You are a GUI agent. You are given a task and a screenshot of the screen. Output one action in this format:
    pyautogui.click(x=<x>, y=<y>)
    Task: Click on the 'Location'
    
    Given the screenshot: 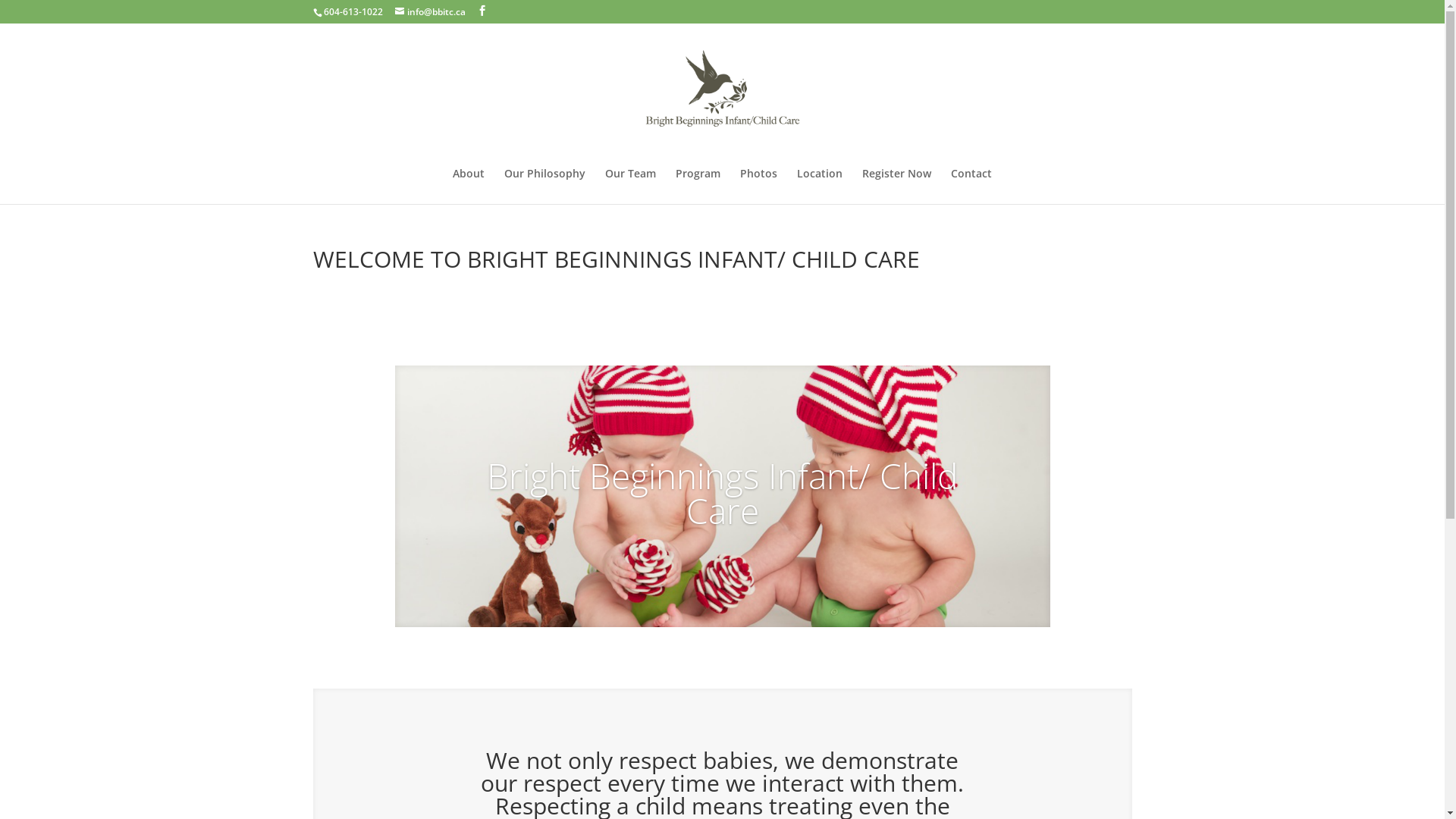 What is the action you would take?
    pyautogui.click(x=796, y=185)
    